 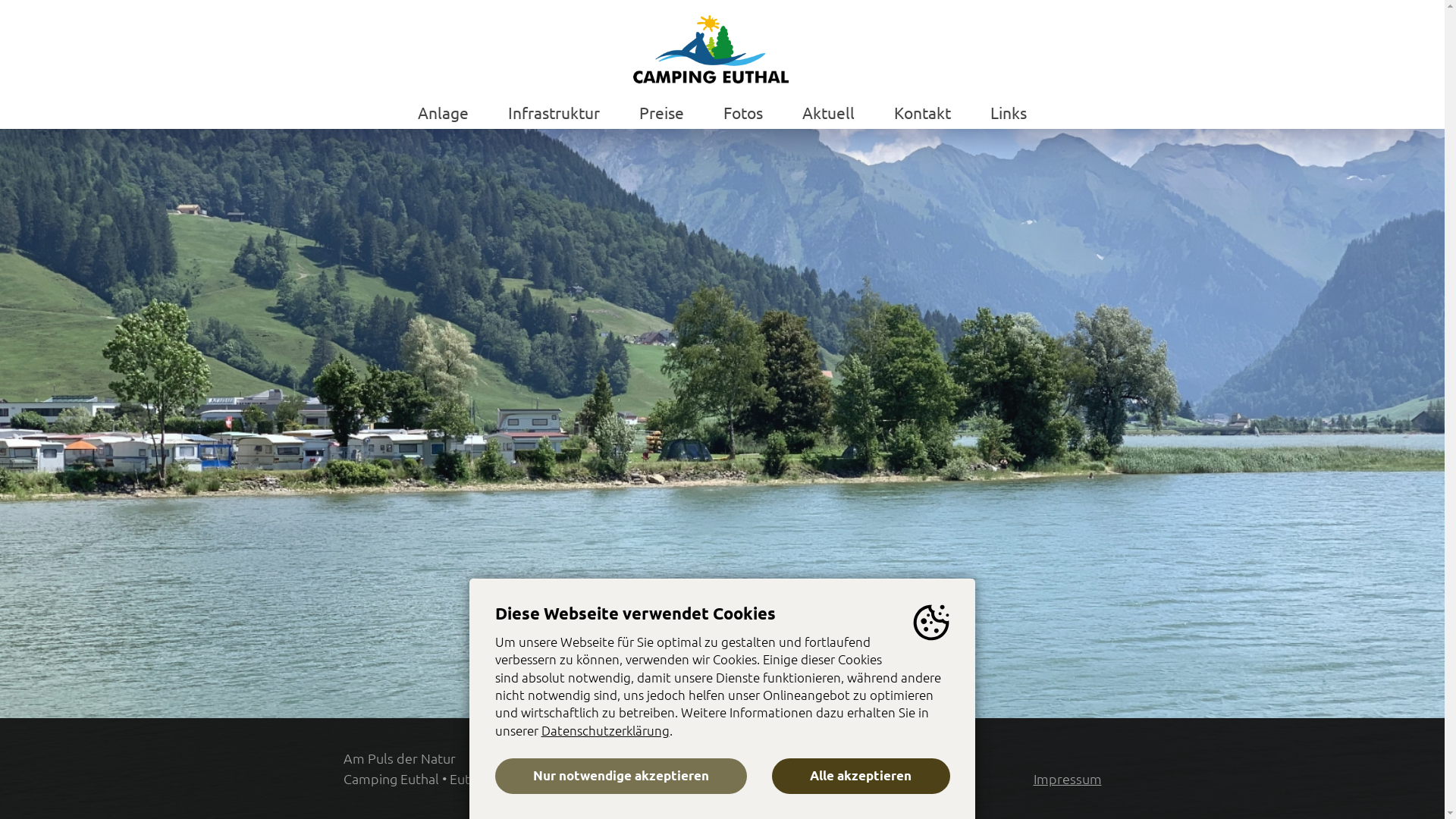 I want to click on 'contact@camping-euthal.ch', so click(x=866, y=778).